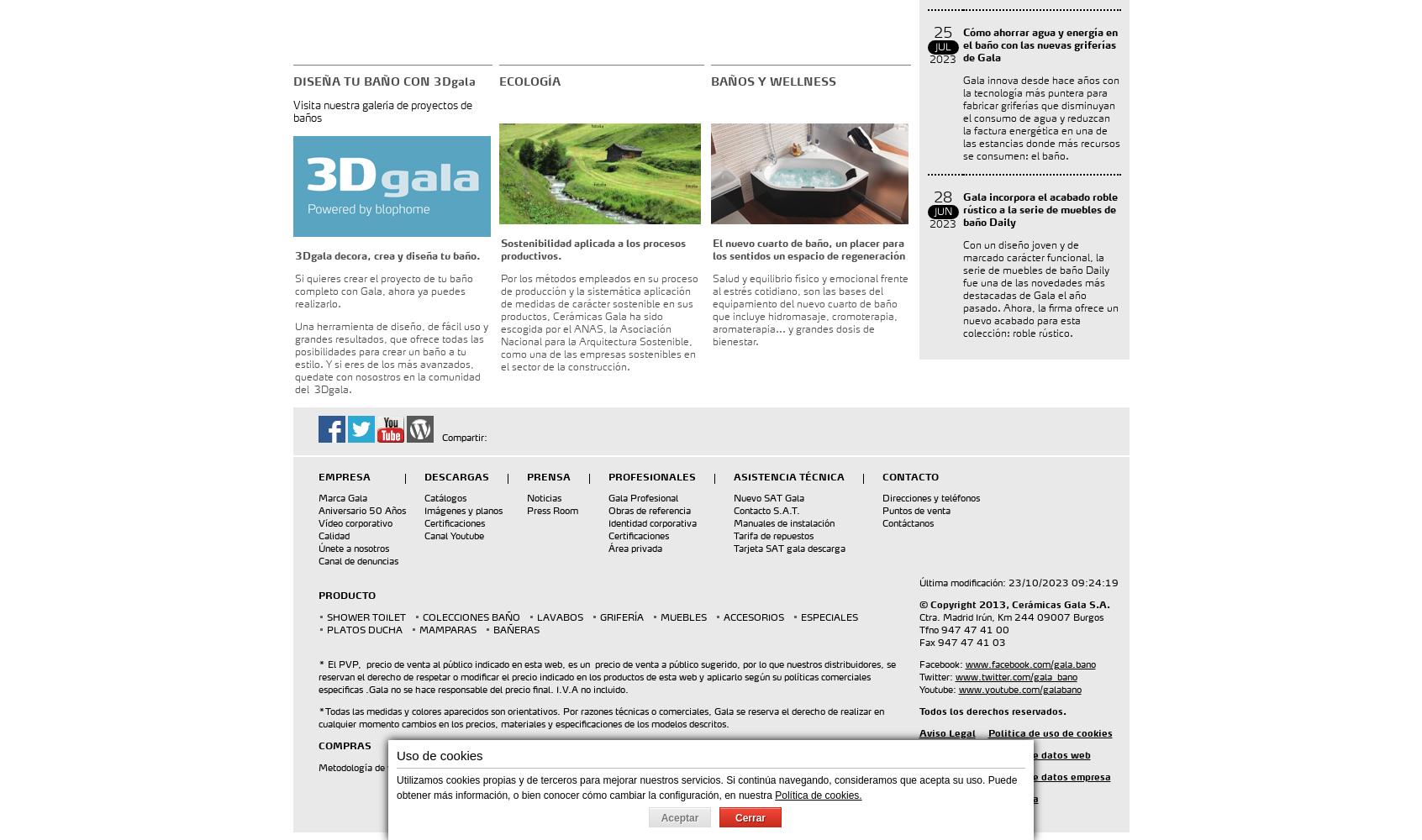 The width and height of the screenshot is (1422, 840). I want to click on 'Última modificación: 23/10/2023 09:24:19', so click(919, 582).